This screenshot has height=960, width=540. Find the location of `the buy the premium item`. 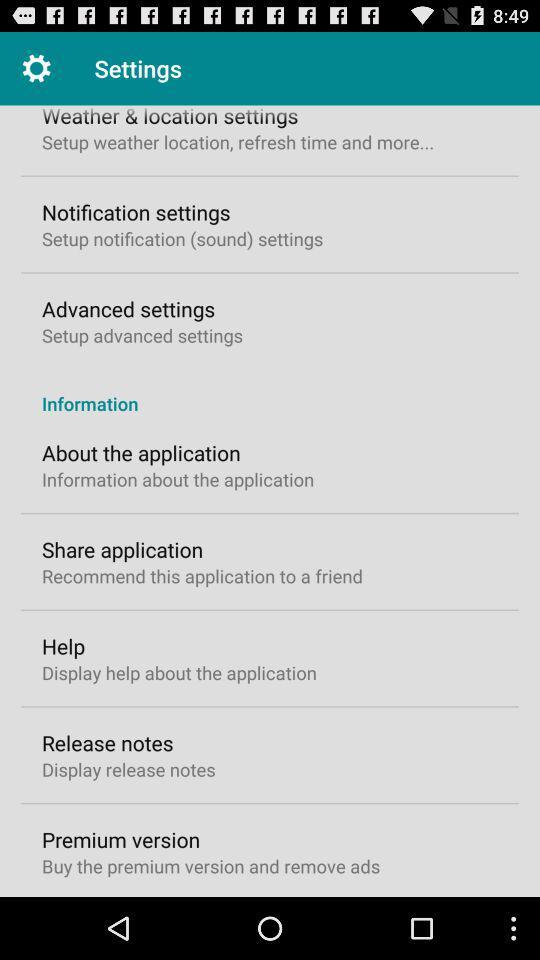

the buy the premium item is located at coordinates (210, 865).